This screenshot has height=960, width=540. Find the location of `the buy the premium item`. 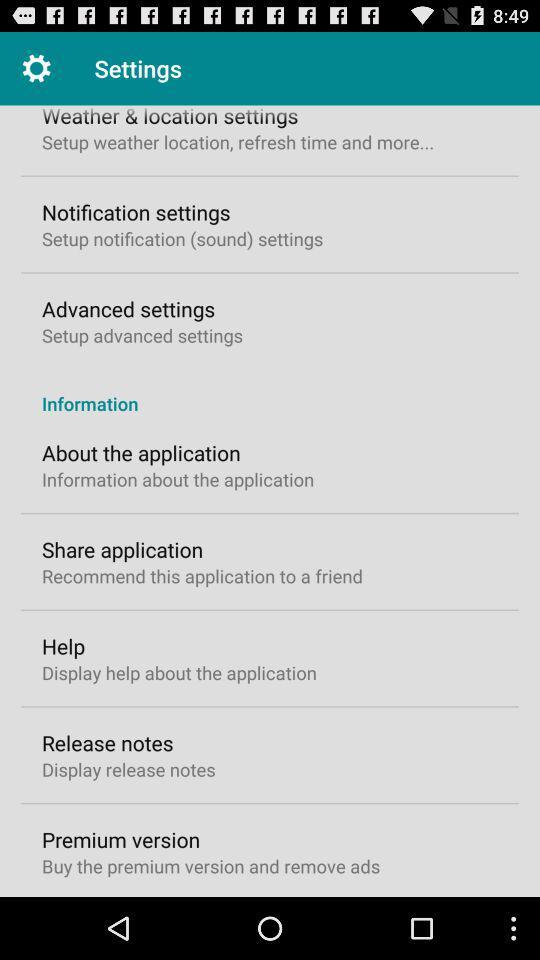

the buy the premium item is located at coordinates (210, 865).